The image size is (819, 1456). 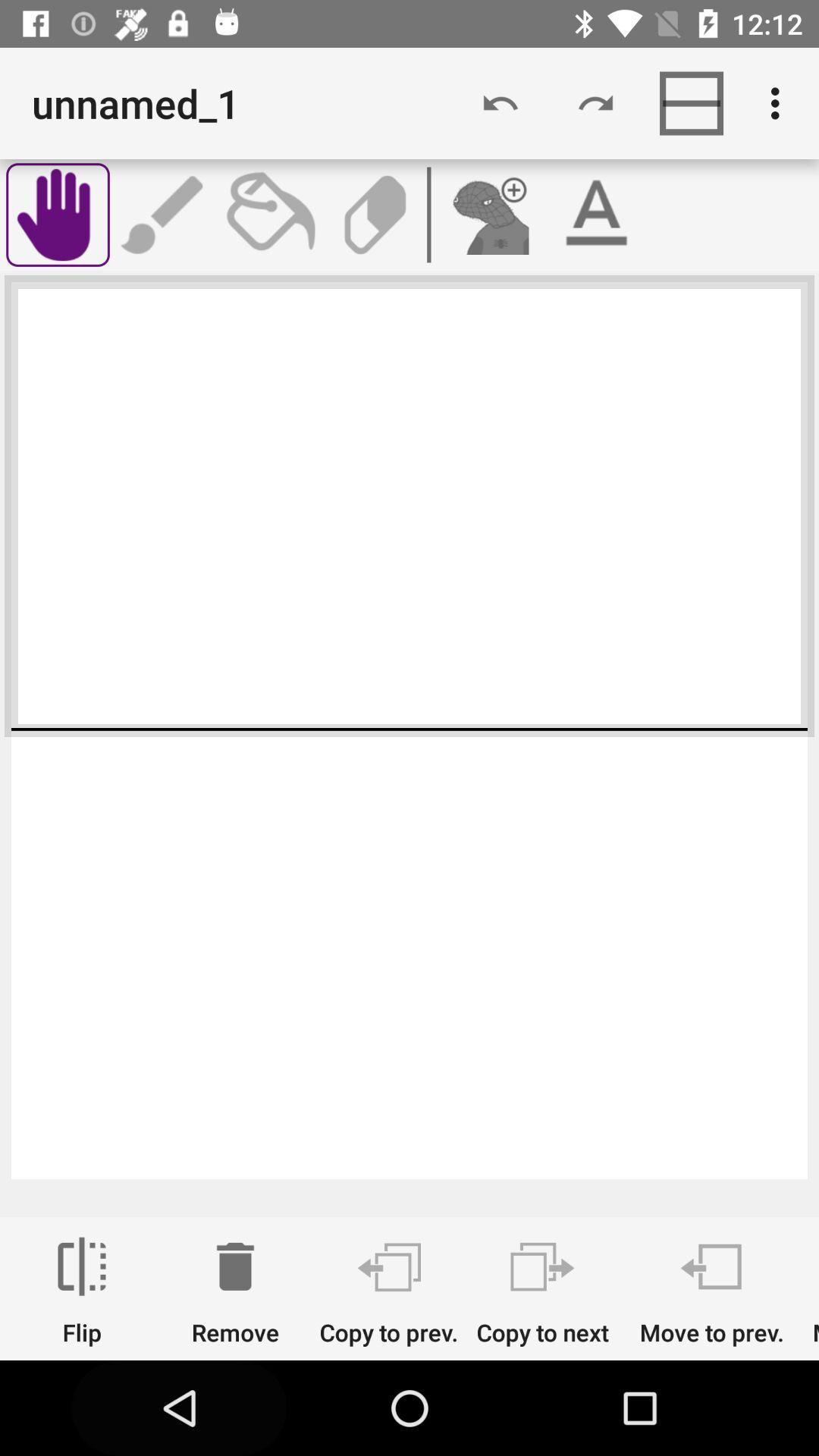 I want to click on pan canvas, so click(x=57, y=214).